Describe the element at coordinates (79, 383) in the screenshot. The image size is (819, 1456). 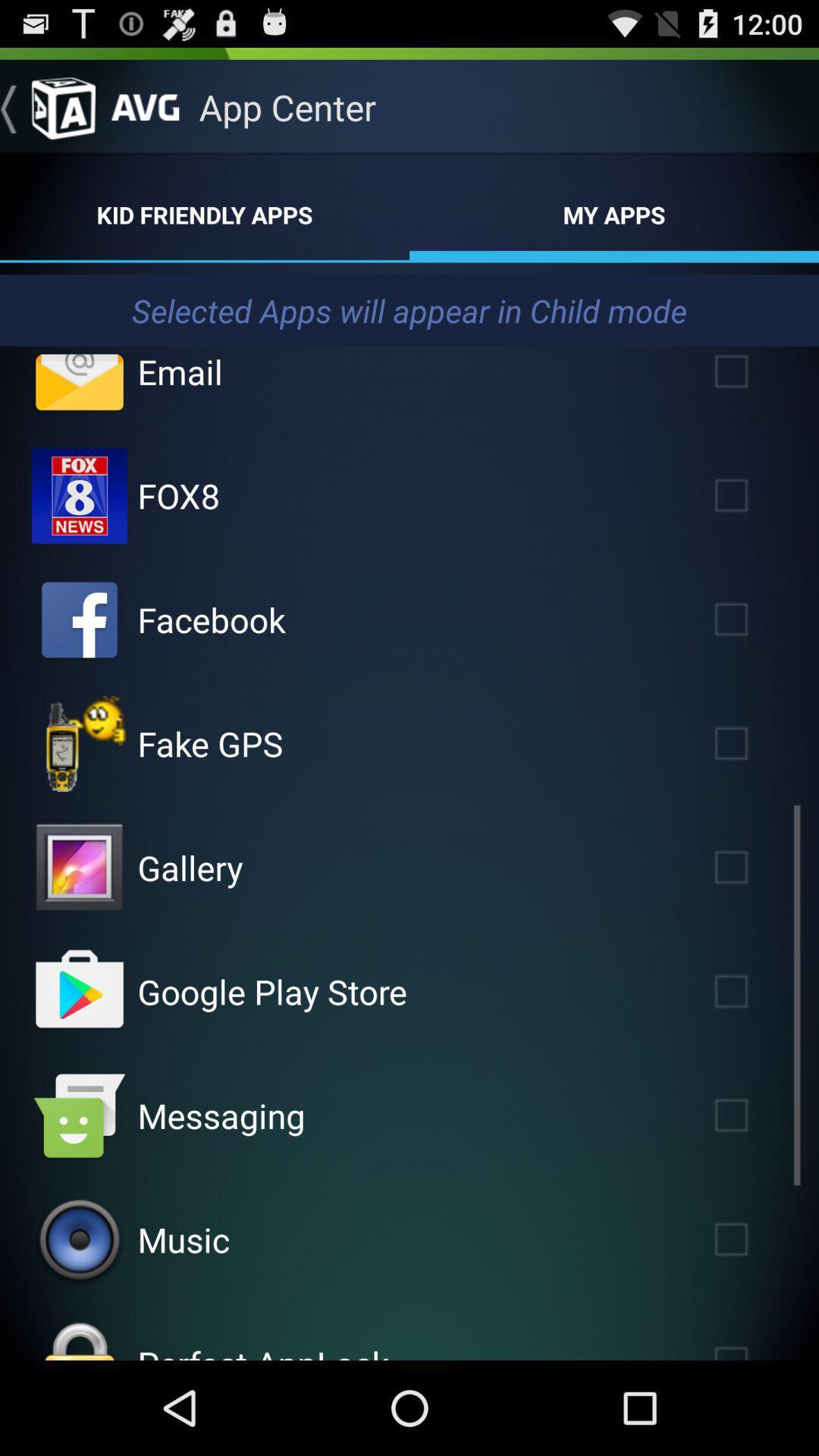
I see `email` at that location.